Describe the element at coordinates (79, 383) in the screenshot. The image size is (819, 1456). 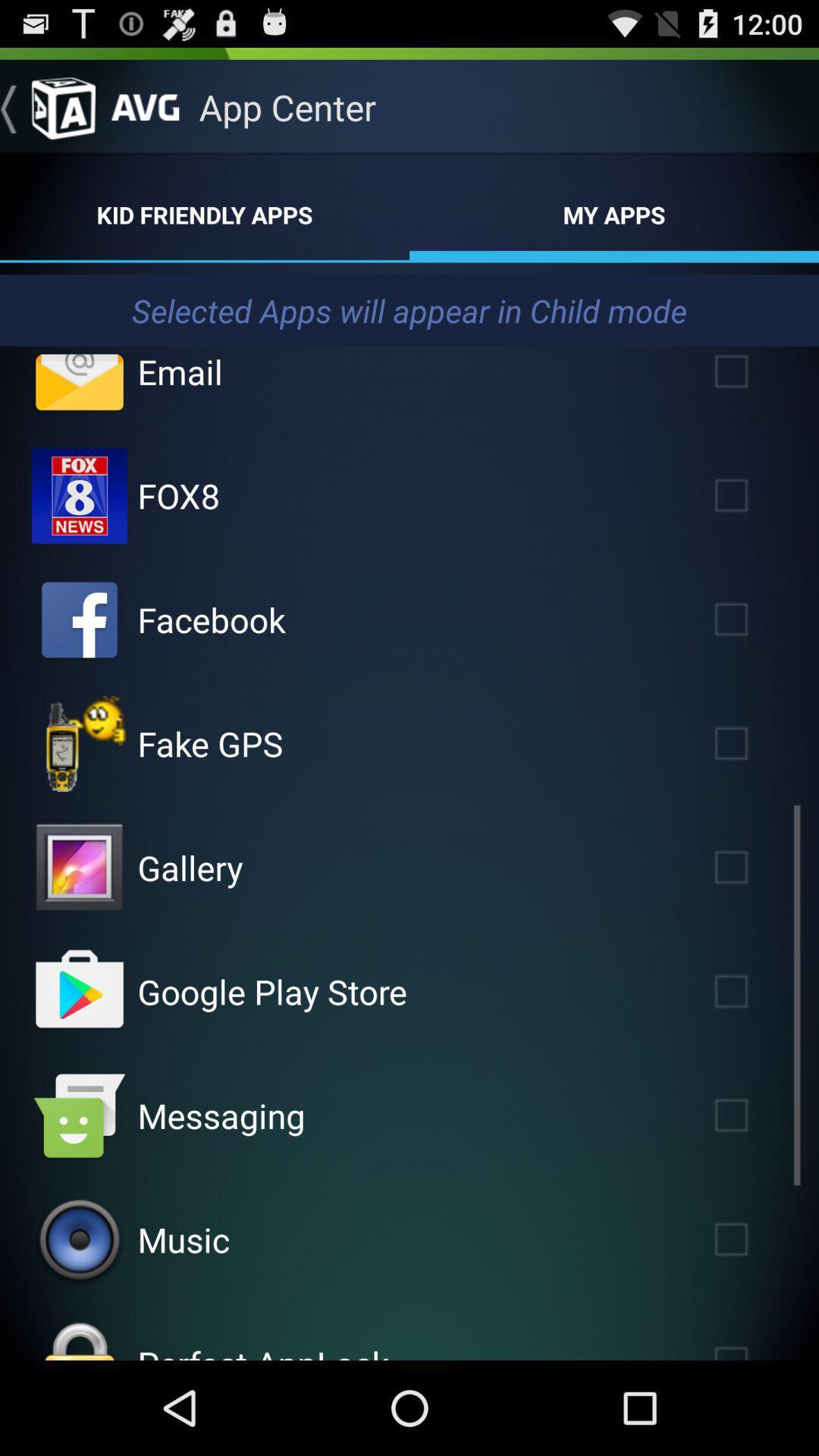
I see `email` at that location.